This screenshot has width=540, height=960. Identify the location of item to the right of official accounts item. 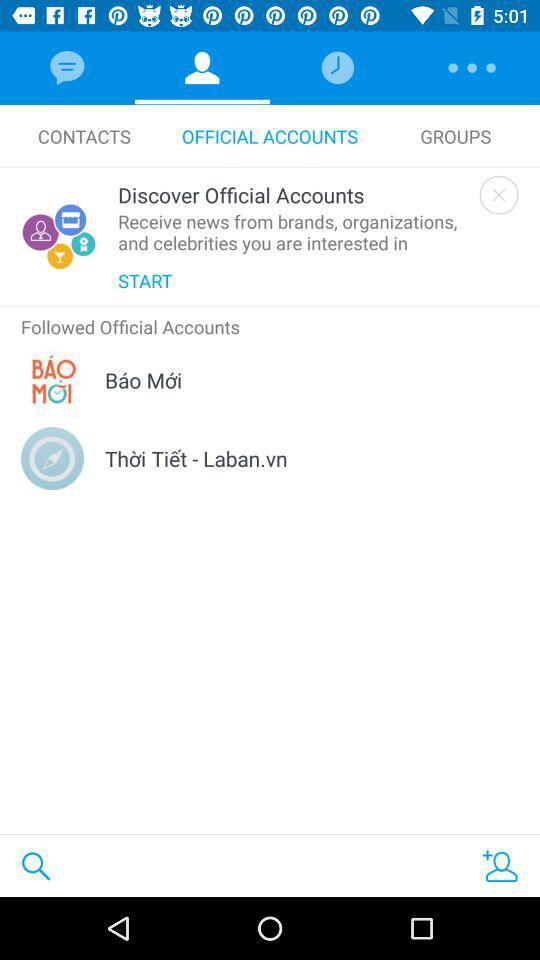
(455, 135).